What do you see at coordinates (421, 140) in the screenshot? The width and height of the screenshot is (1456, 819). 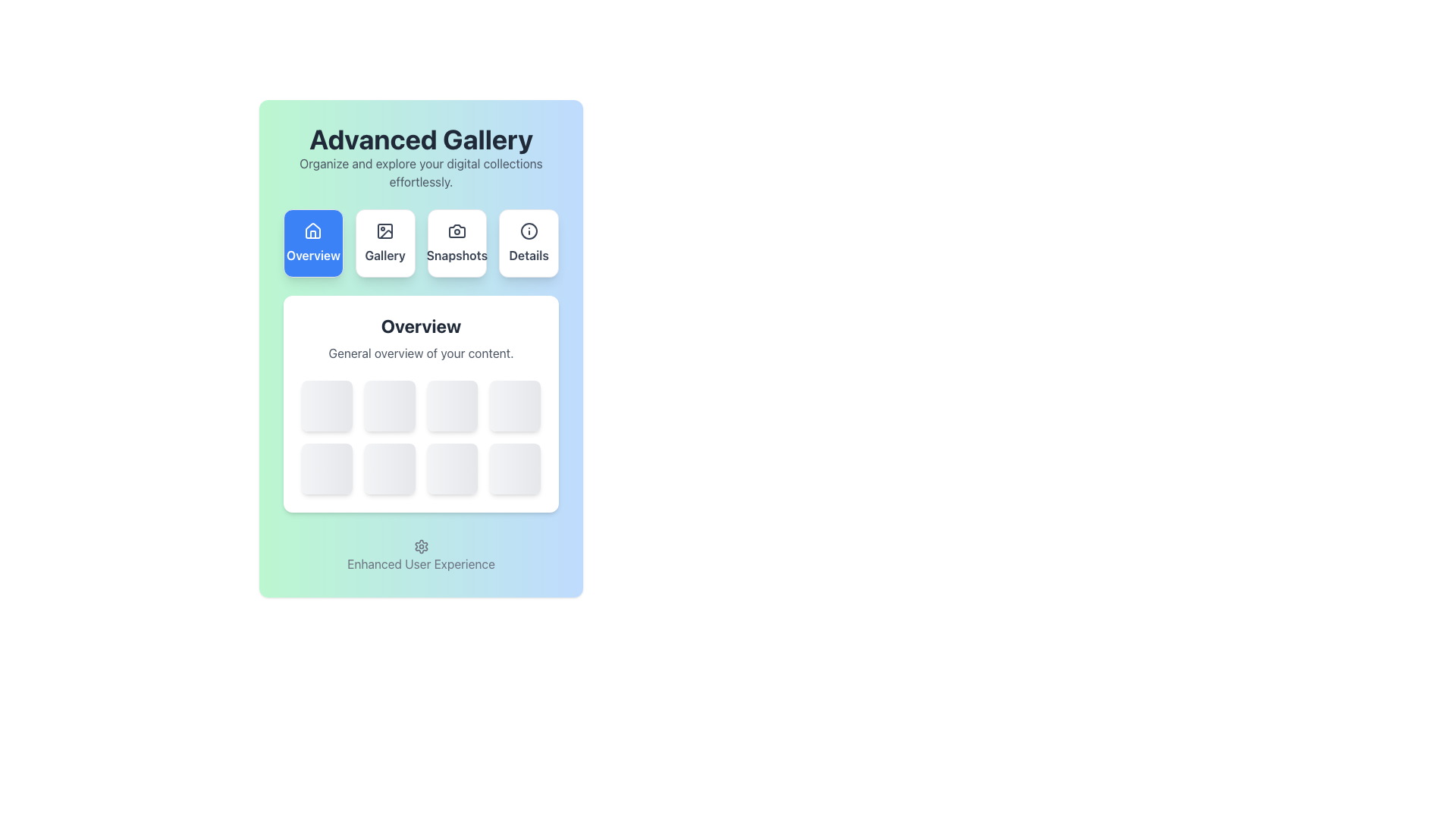 I see `title text located at the top of the page, which serves as the primary title of the section` at bounding box center [421, 140].